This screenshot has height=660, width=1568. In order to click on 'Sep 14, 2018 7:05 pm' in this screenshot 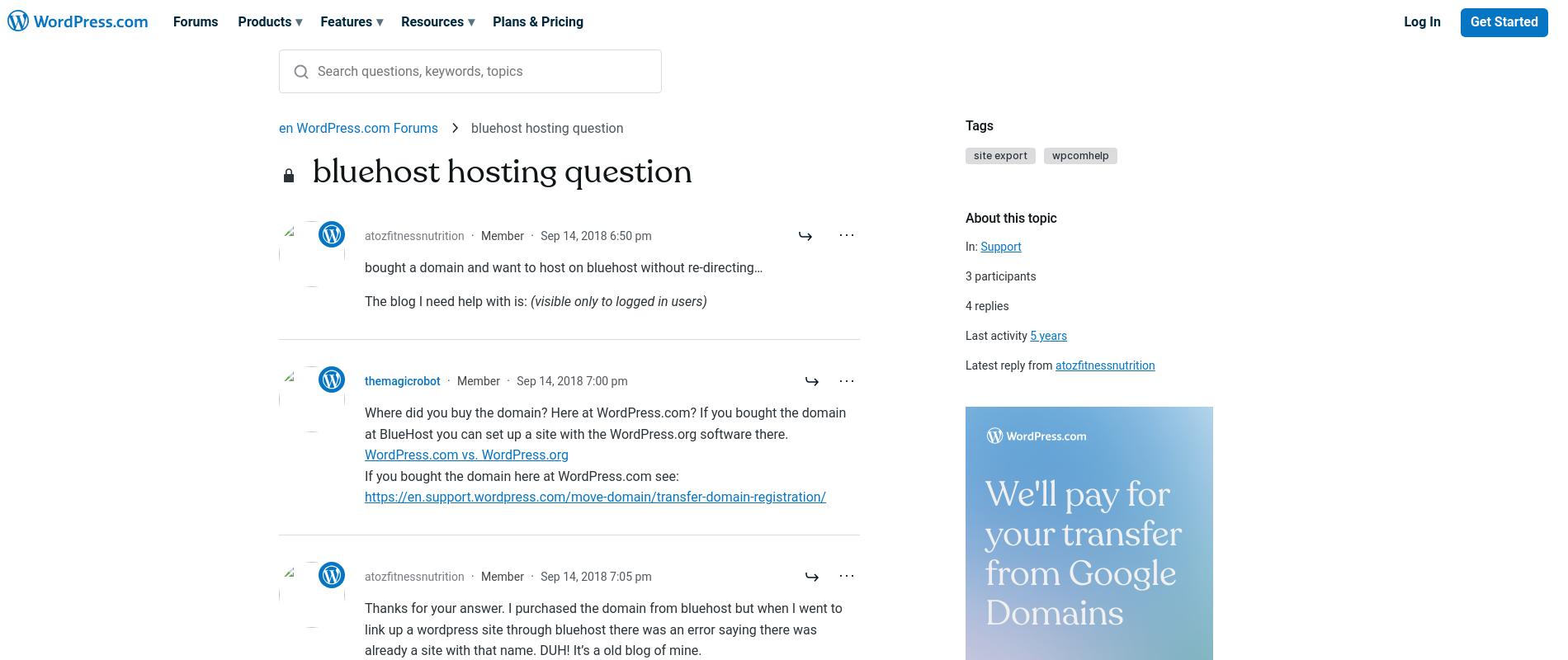, I will do `click(595, 576)`.